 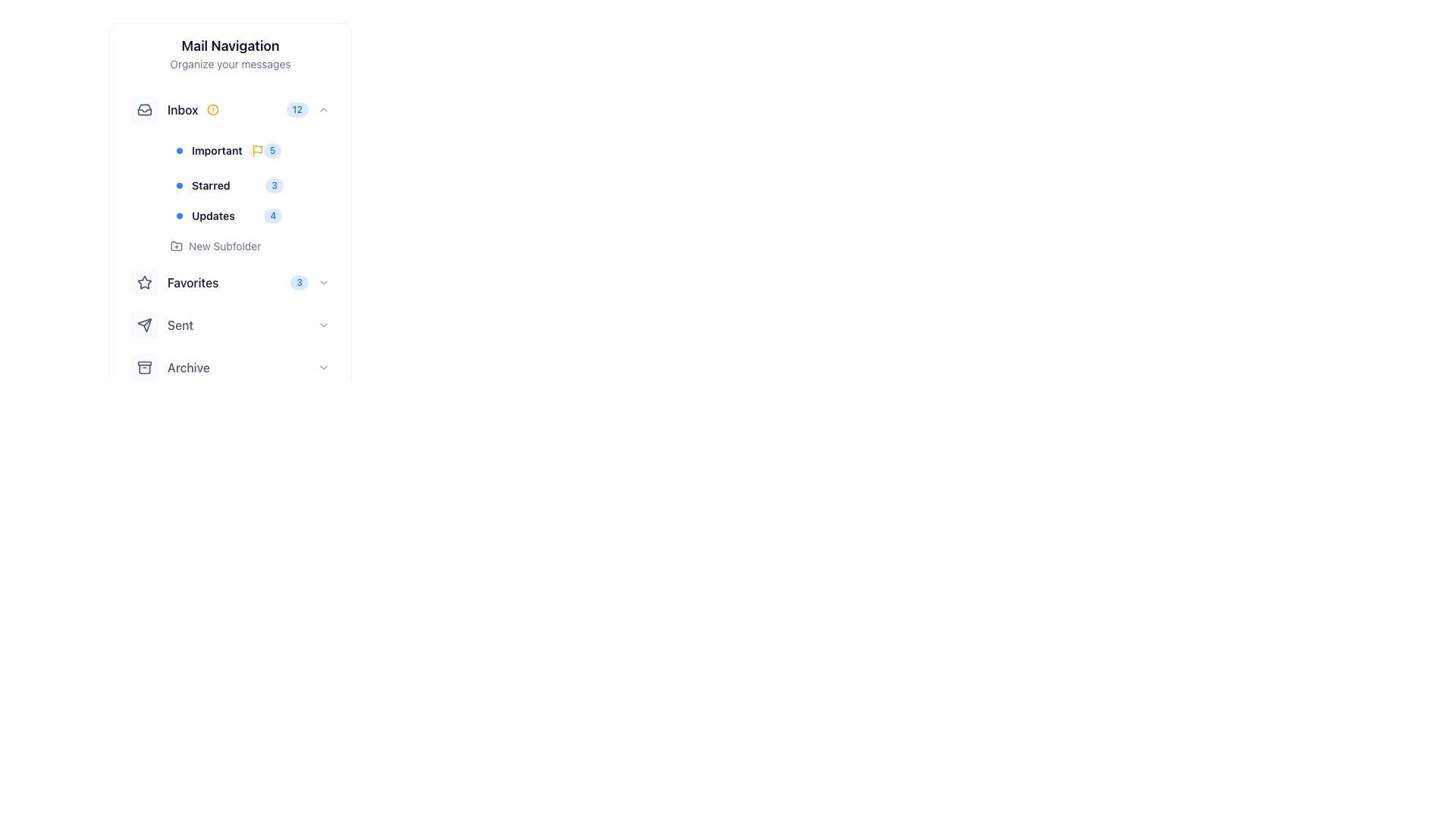 What do you see at coordinates (175, 109) in the screenshot?
I see `the 'Inbox' label in the sidebar navigation, which is styled with a medium-weight font and dark gray color, positioned adjacent to an envelope icon and an exclamation mark icon` at bounding box center [175, 109].